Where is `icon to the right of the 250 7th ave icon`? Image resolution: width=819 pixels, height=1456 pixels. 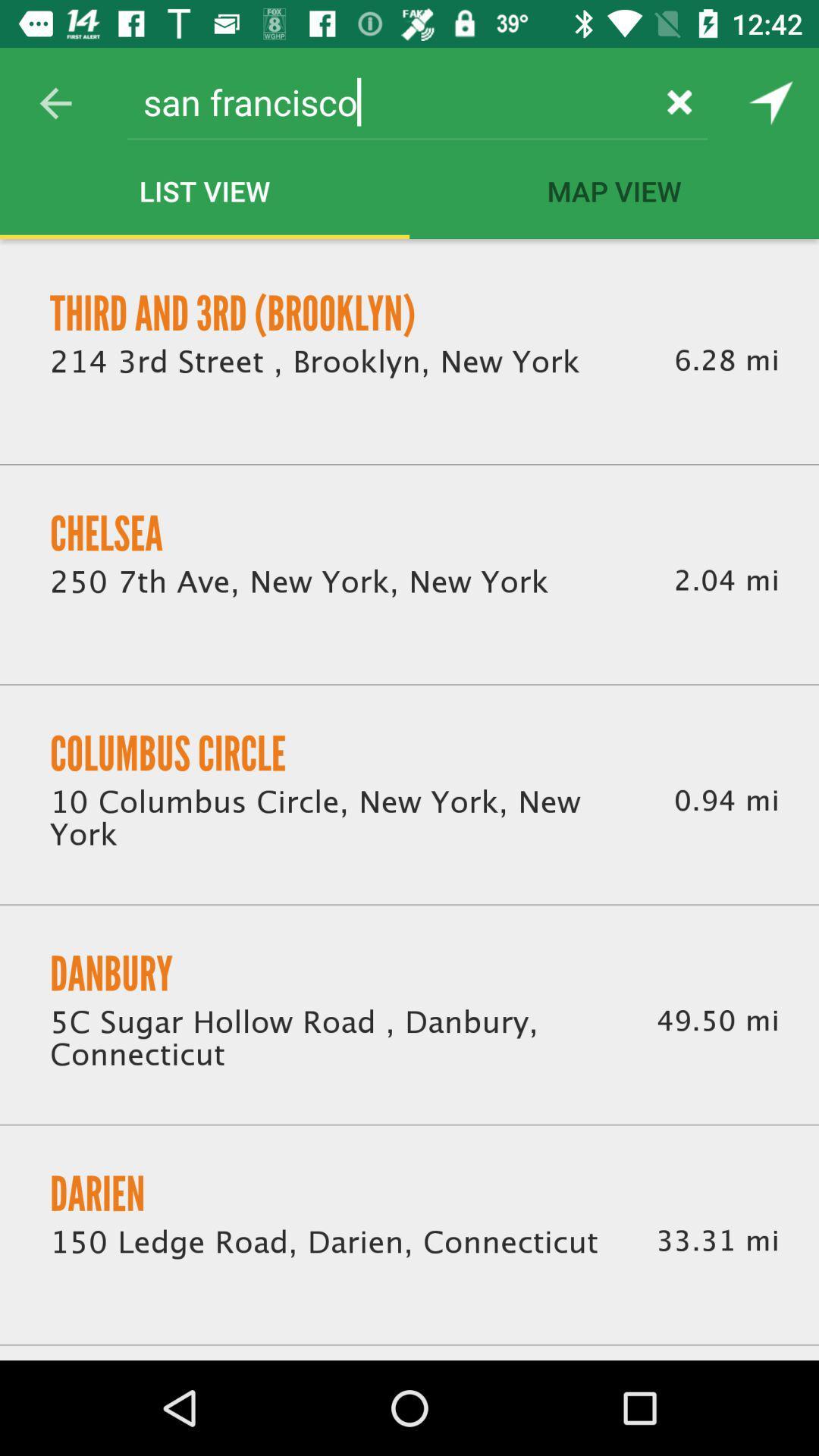
icon to the right of the 250 7th ave icon is located at coordinates (726, 580).